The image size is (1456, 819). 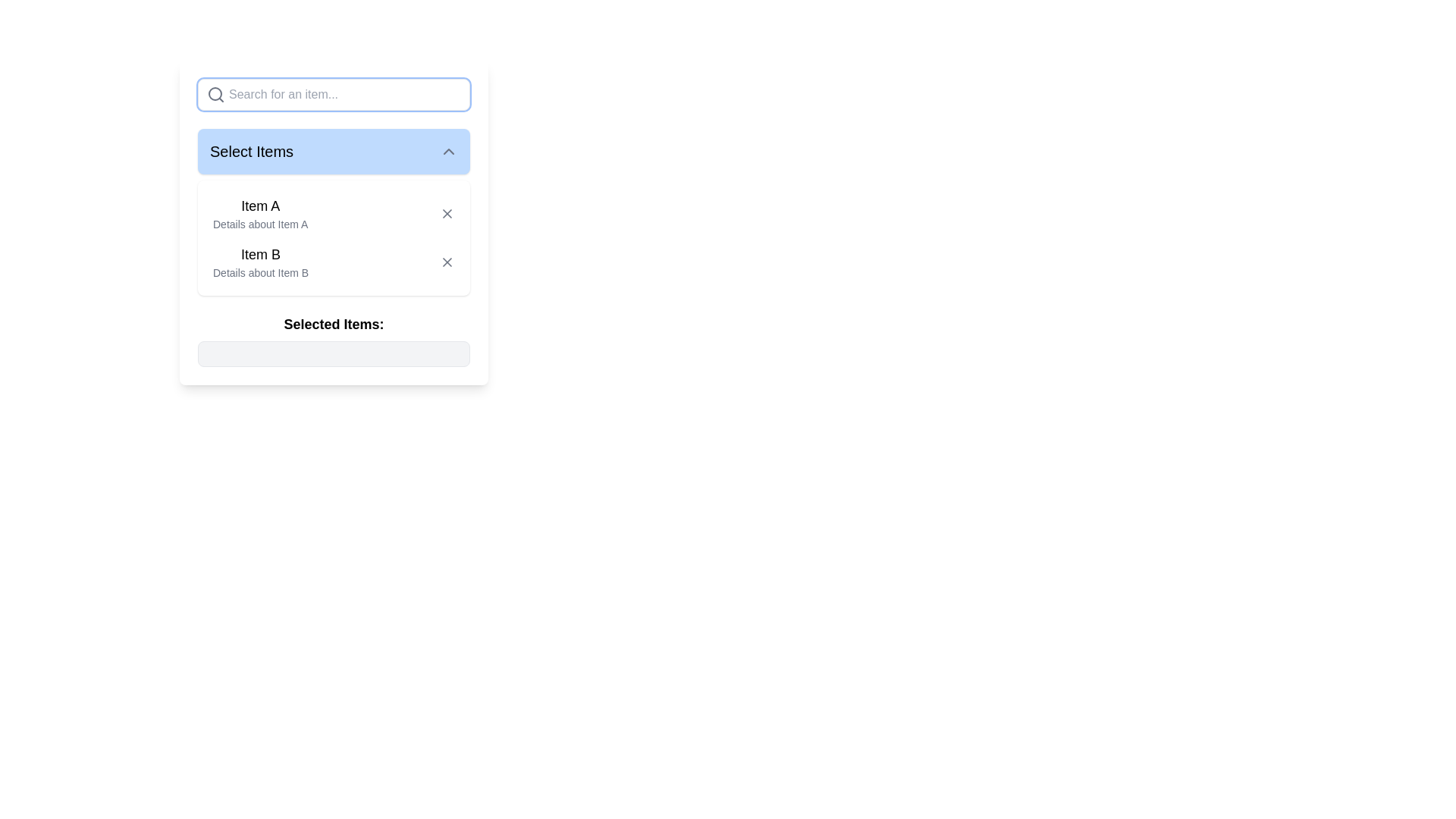 I want to click on the close button located in the top-right corner of the 'Item A' entry, so click(x=447, y=213).